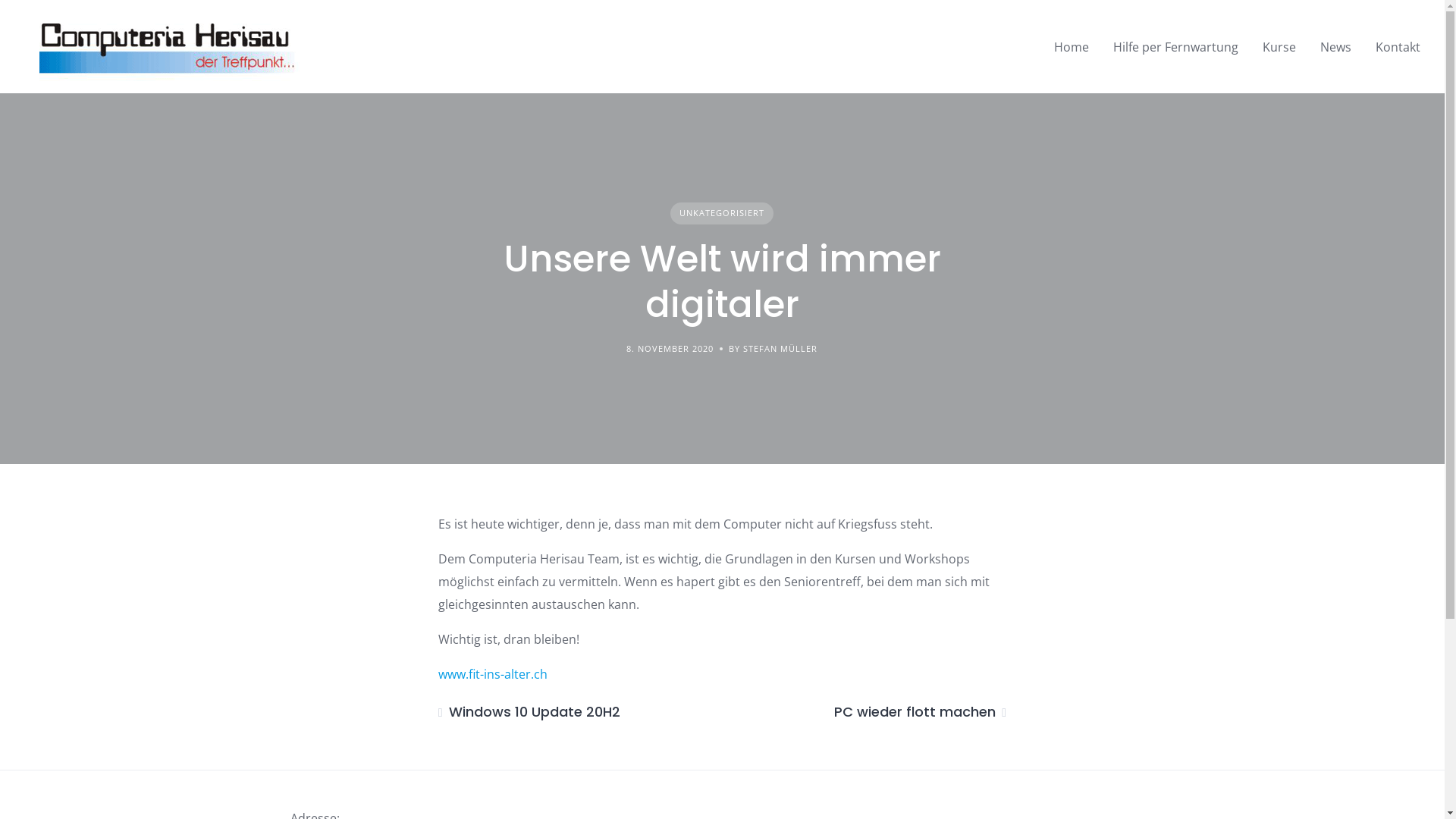 Image resolution: width=1456 pixels, height=819 pixels. I want to click on 'Kontakt', so click(1397, 45).